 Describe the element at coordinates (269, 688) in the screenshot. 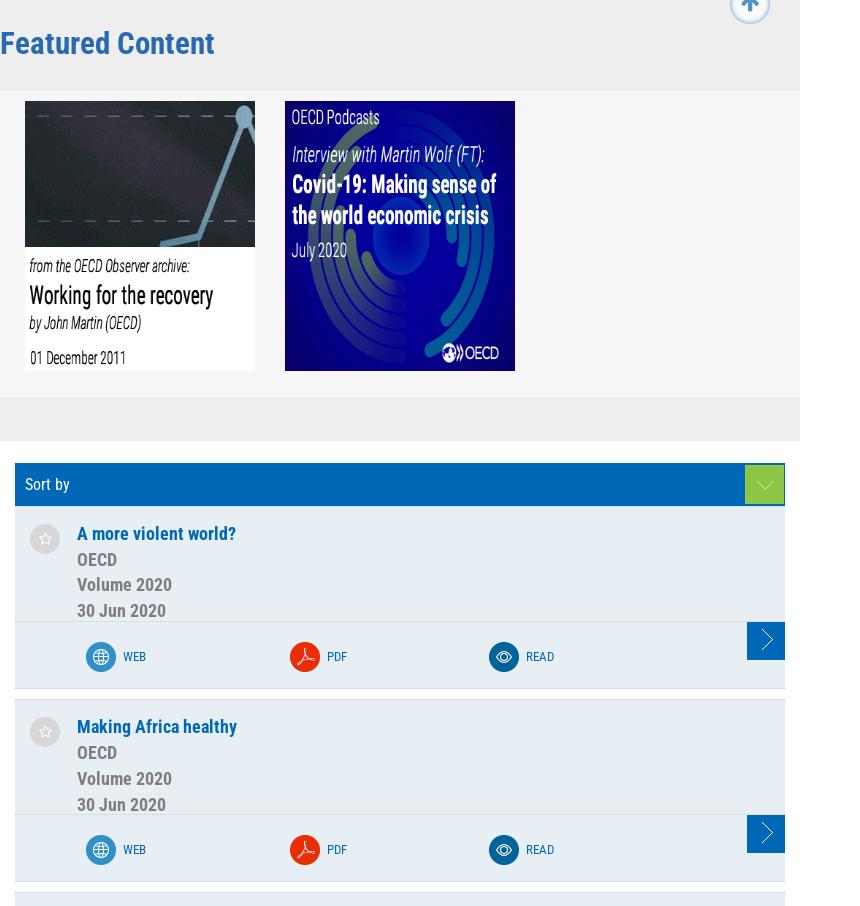

I see `'Volume 1994'` at that location.